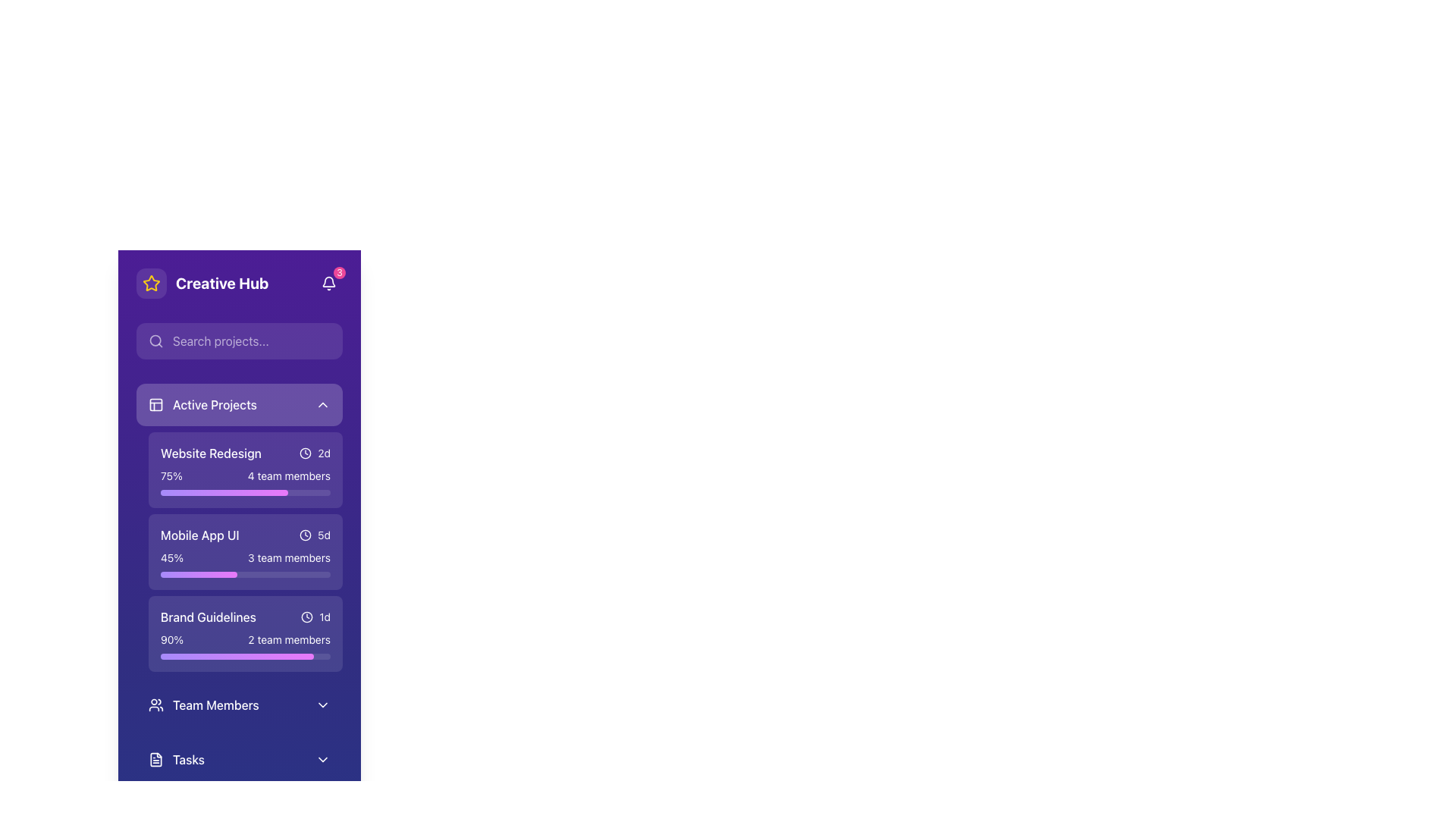  What do you see at coordinates (246, 475) in the screenshot?
I see `the static information display showing 75% project progress and 4 team members in the 'Website Redesign' section of 'Active Projects'` at bounding box center [246, 475].